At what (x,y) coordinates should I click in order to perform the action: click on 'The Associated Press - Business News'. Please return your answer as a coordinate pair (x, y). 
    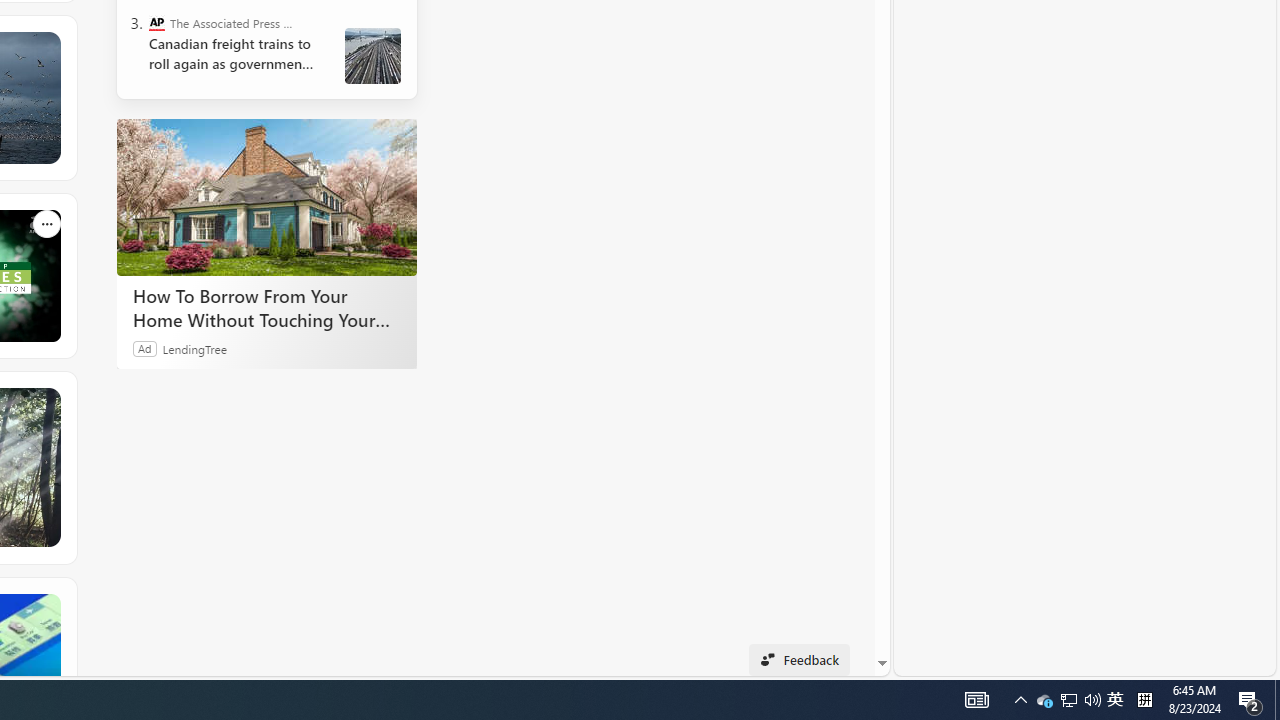
    Looking at the image, I should click on (155, 23).